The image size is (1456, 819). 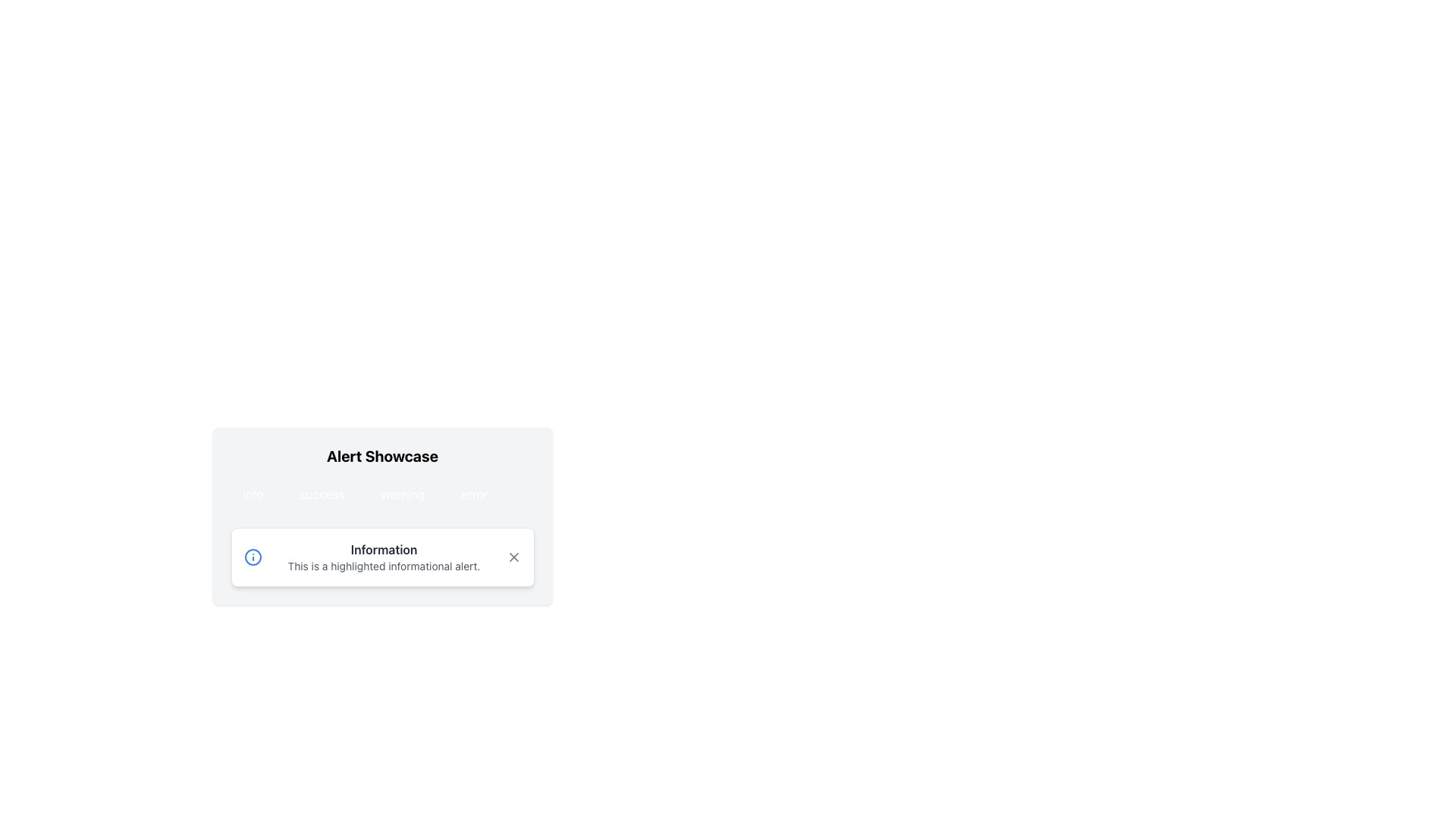 What do you see at coordinates (513, 557) in the screenshot?
I see `the dismiss button located at the far right of the alert box` at bounding box center [513, 557].